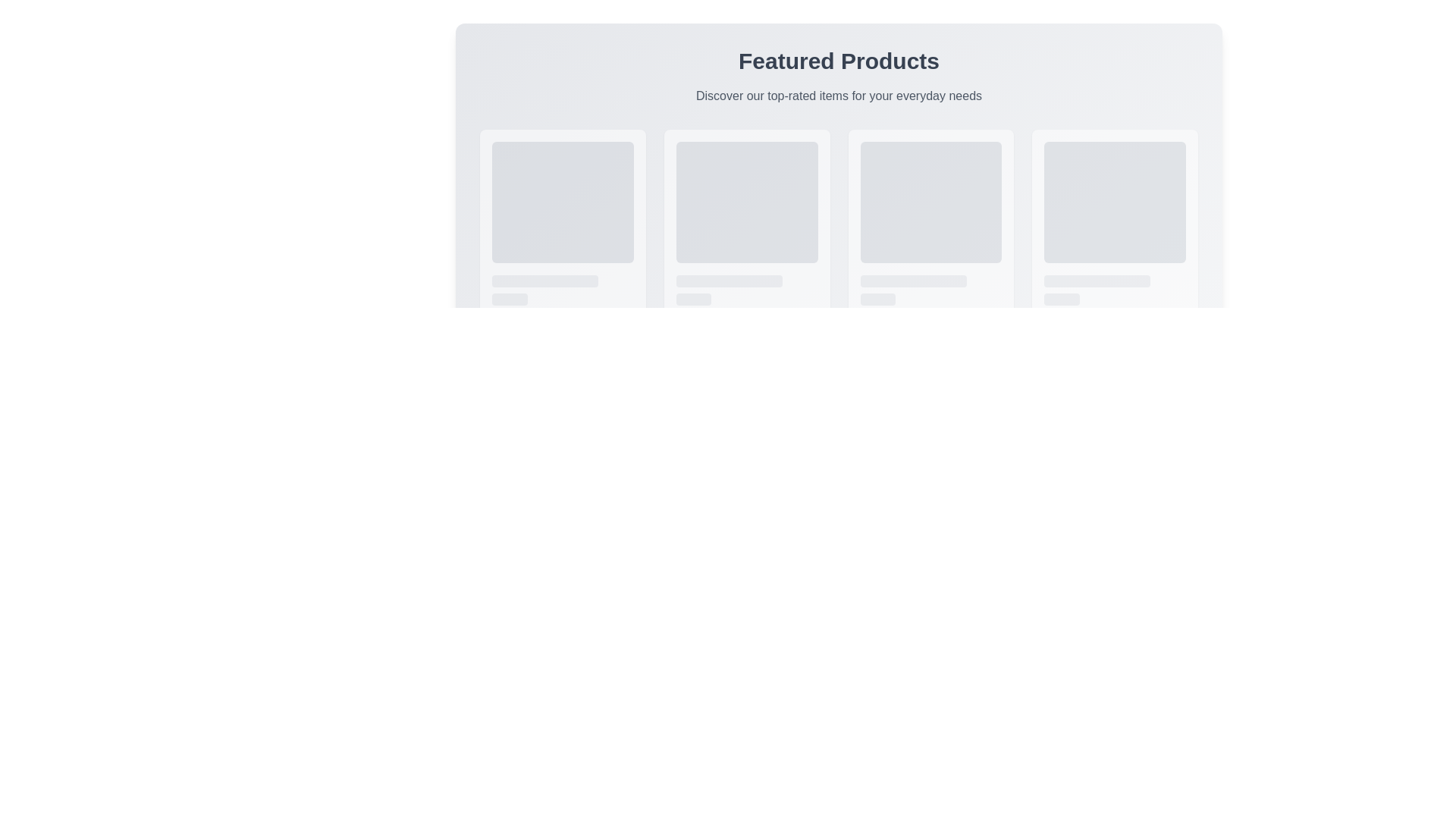  I want to click on the graphical placeholder or decorative element located below a wider sibling bar, situated within a section of graphical elements at the bottom, so click(1061, 299).